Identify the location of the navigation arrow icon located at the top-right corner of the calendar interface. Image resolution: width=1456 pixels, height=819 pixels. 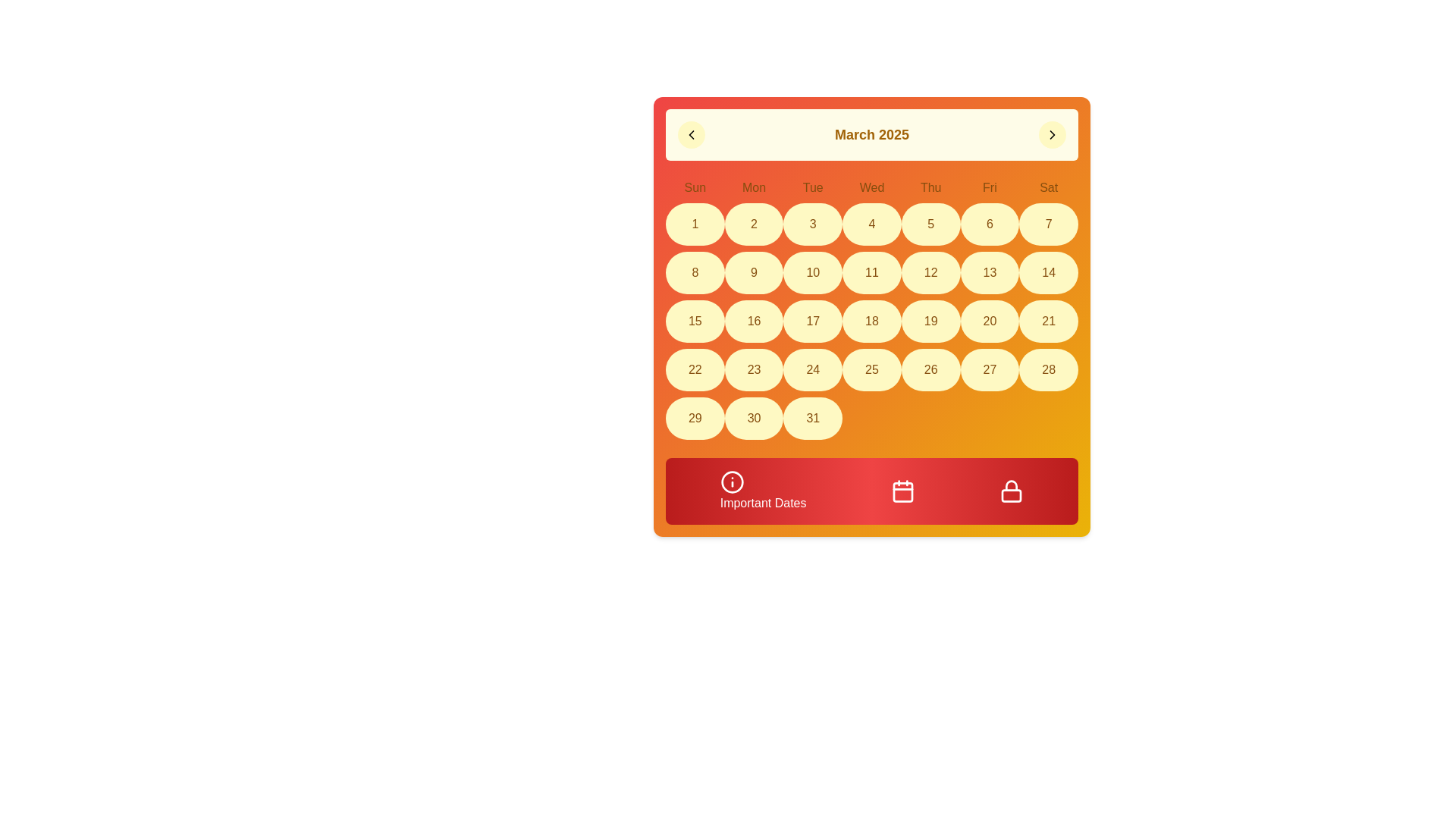
(1051, 133).